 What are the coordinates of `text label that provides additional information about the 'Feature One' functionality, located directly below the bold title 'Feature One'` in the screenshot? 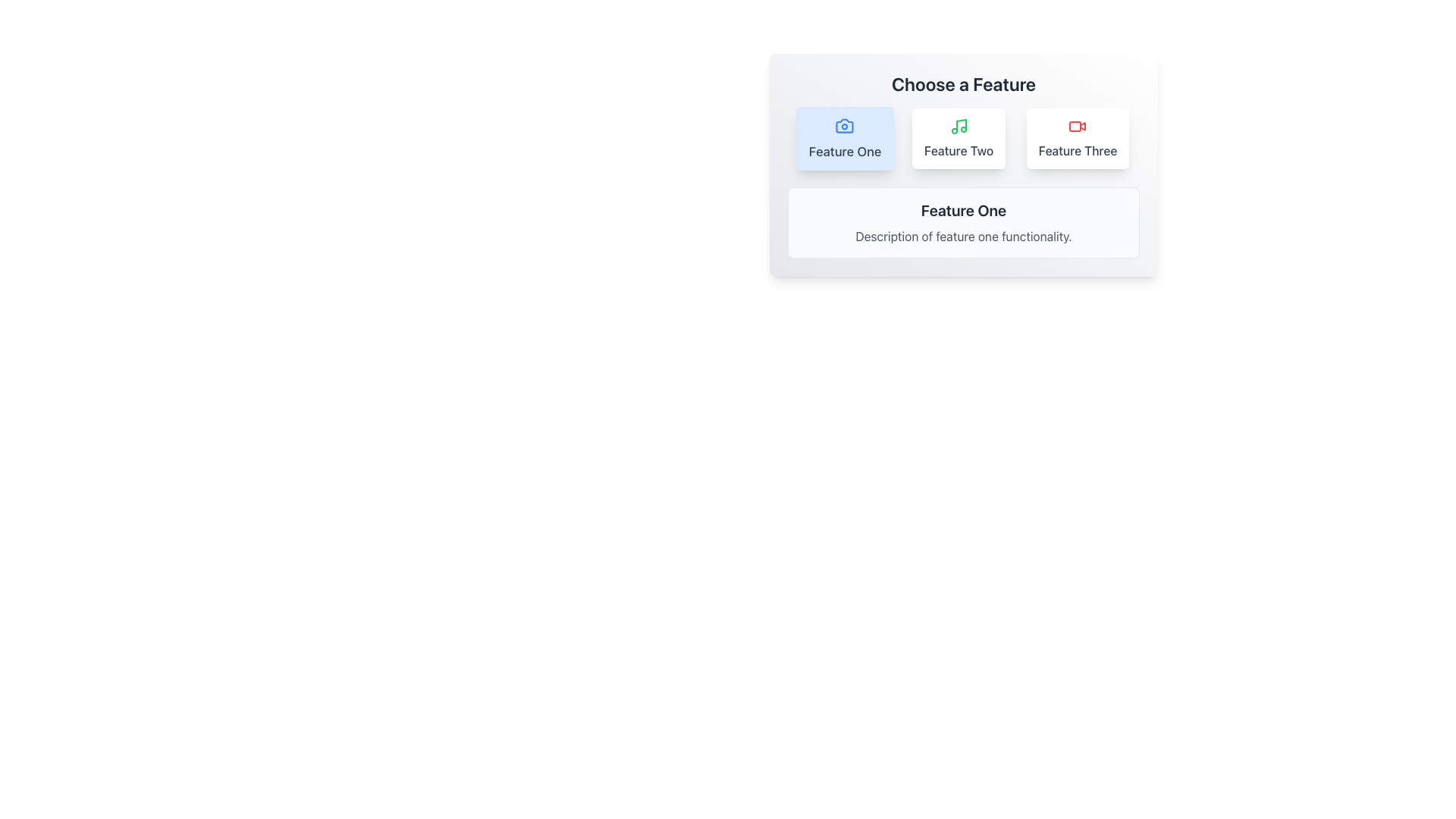 It's located at (963, 237).